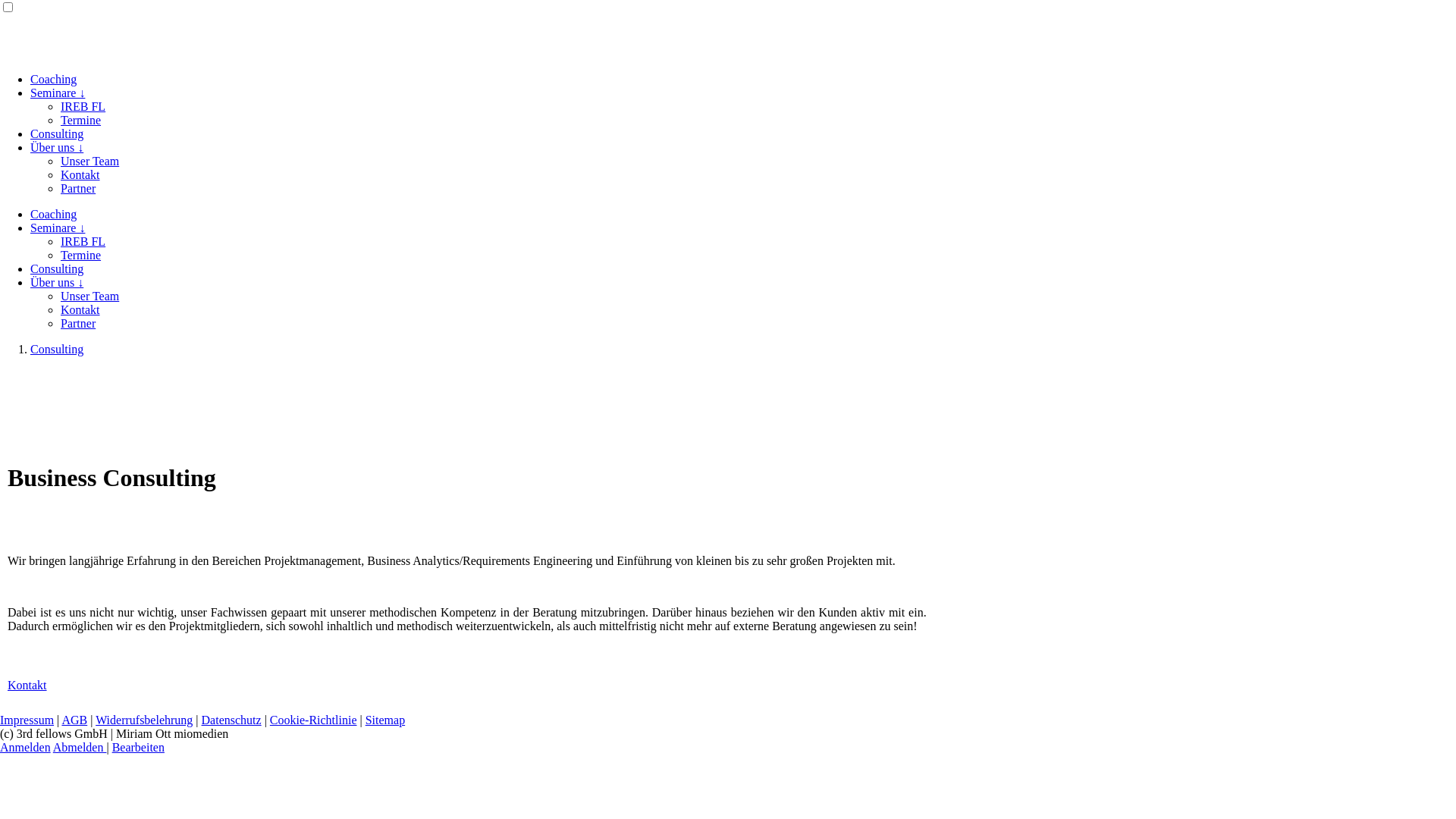  What do you see at coordinates (312, 719) in the screenshot?
I see `'Cookie-Richtlinie'` at bounding box center [312, 719].